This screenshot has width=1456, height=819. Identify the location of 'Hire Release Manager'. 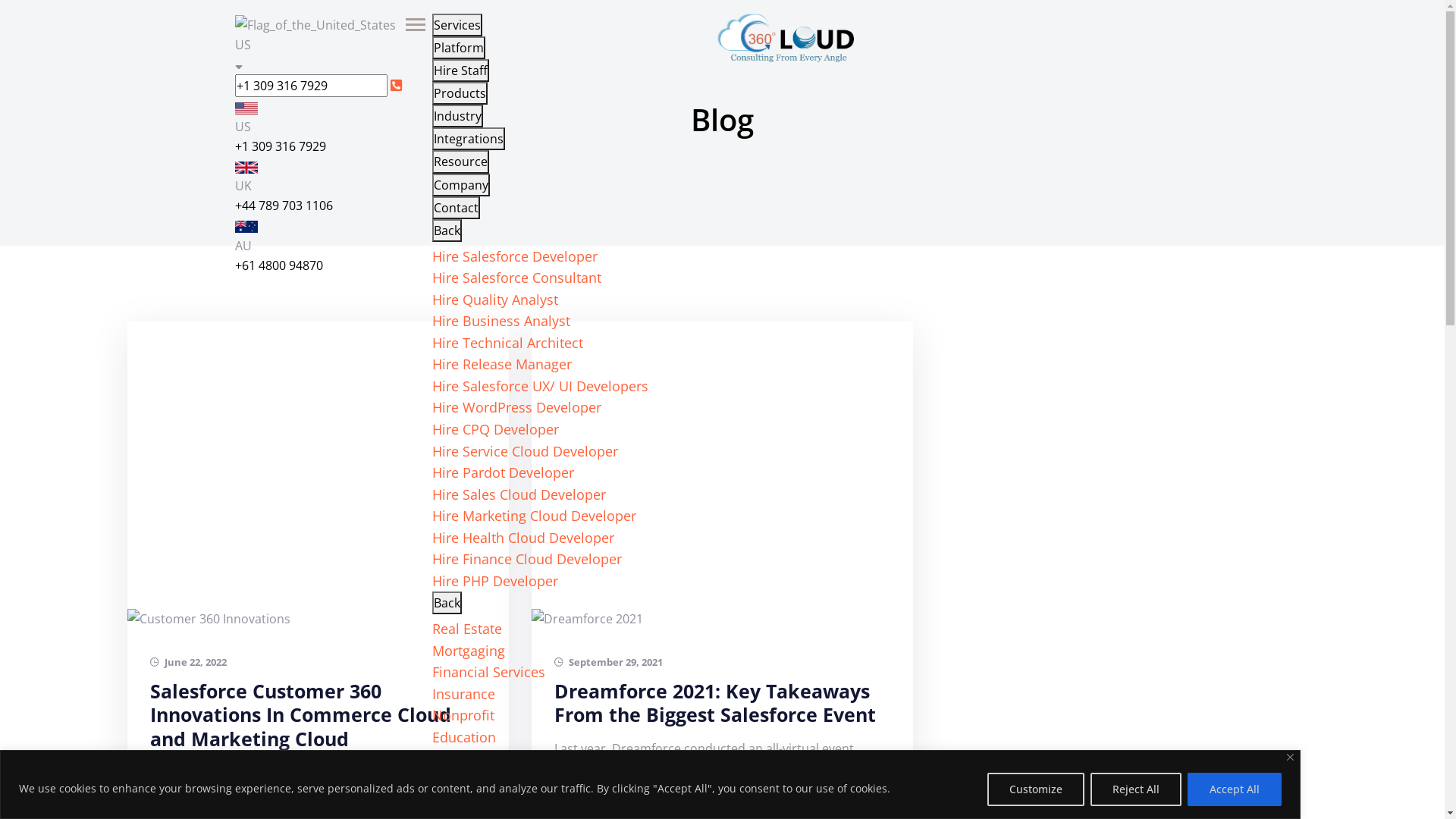
(502, 363).